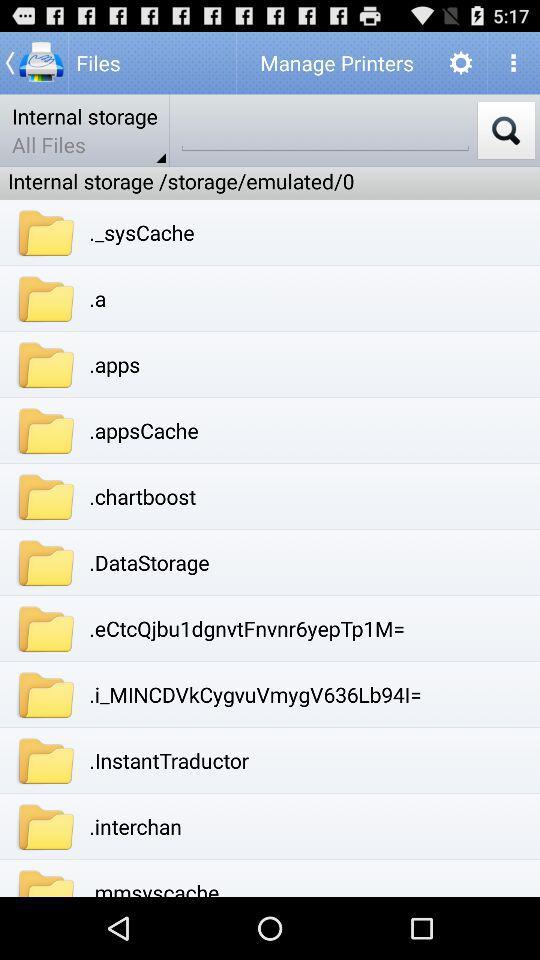 This screenshot has width=540, height=960. What do you see at coordinates (114, 363) in the screenshot?
I see `.apps item` at bounding box center [114, 363].